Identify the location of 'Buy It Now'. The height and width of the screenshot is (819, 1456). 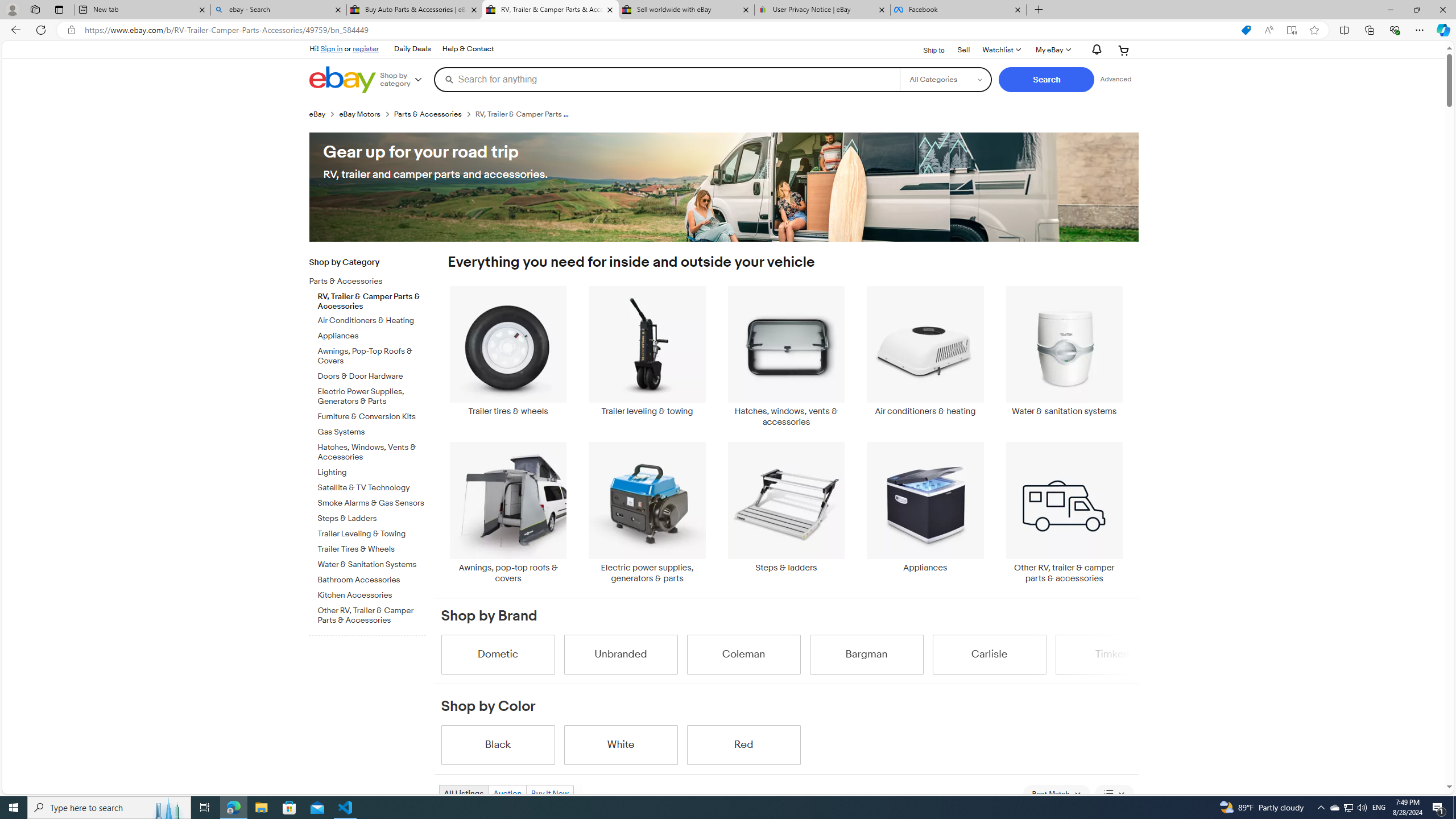
(549, 793).